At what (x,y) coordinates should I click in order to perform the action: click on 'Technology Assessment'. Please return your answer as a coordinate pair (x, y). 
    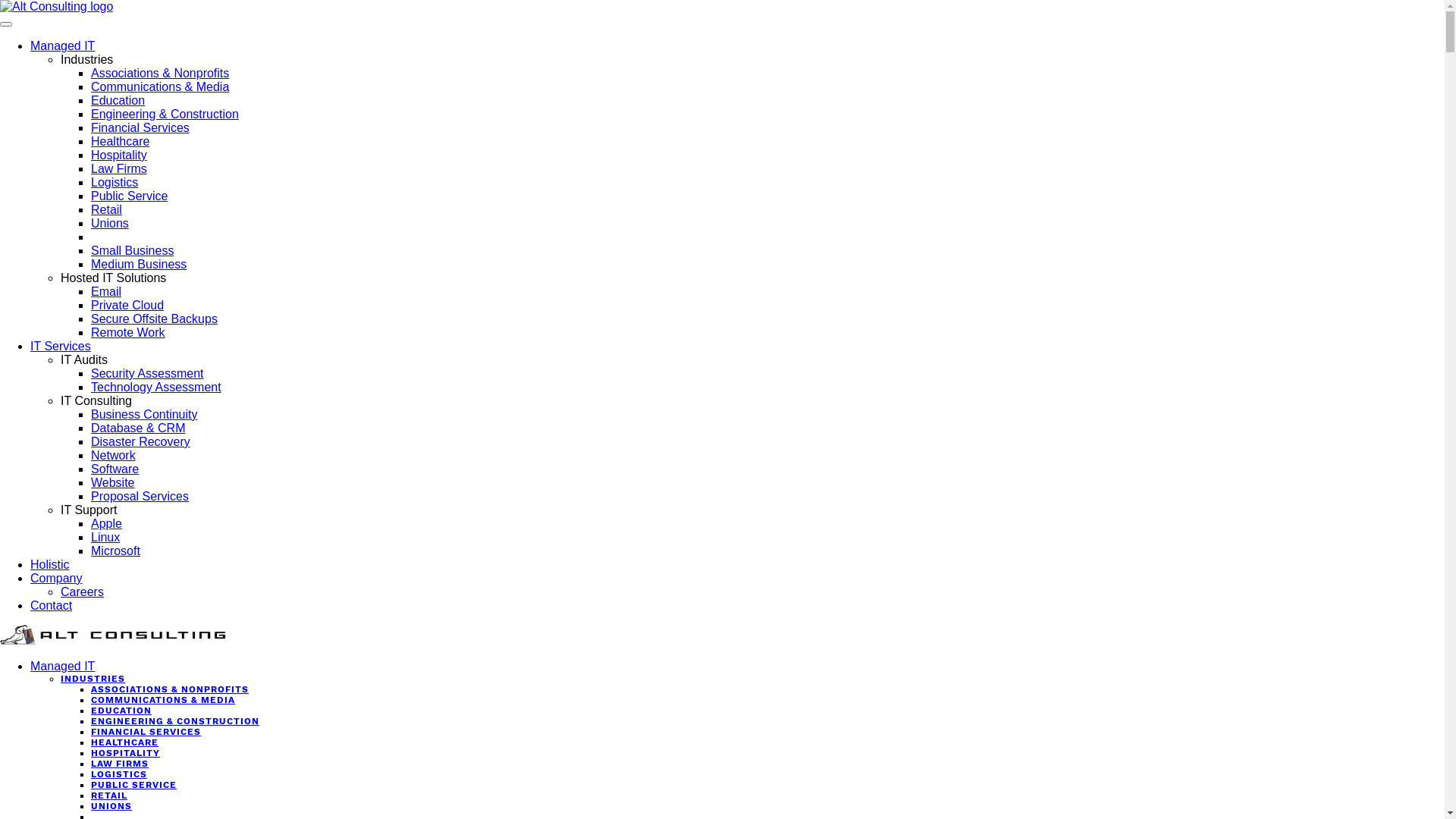
    Looking at the image, I should click on (156, 386).